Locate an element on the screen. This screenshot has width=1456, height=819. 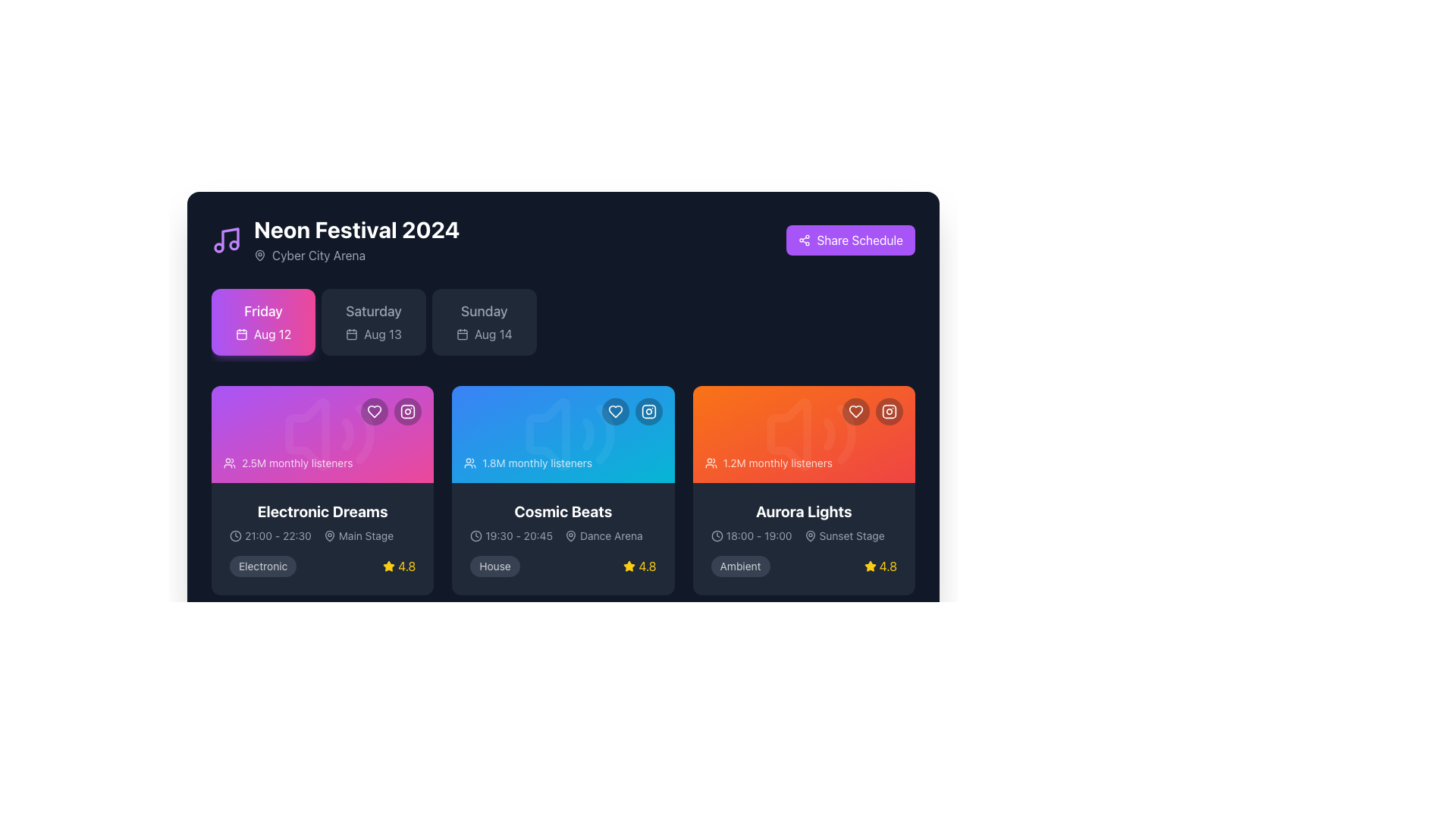
the Instagram logo button located in the top-right corner of the 'Aurora Lights' orange card is located at coordinates (889, 412).